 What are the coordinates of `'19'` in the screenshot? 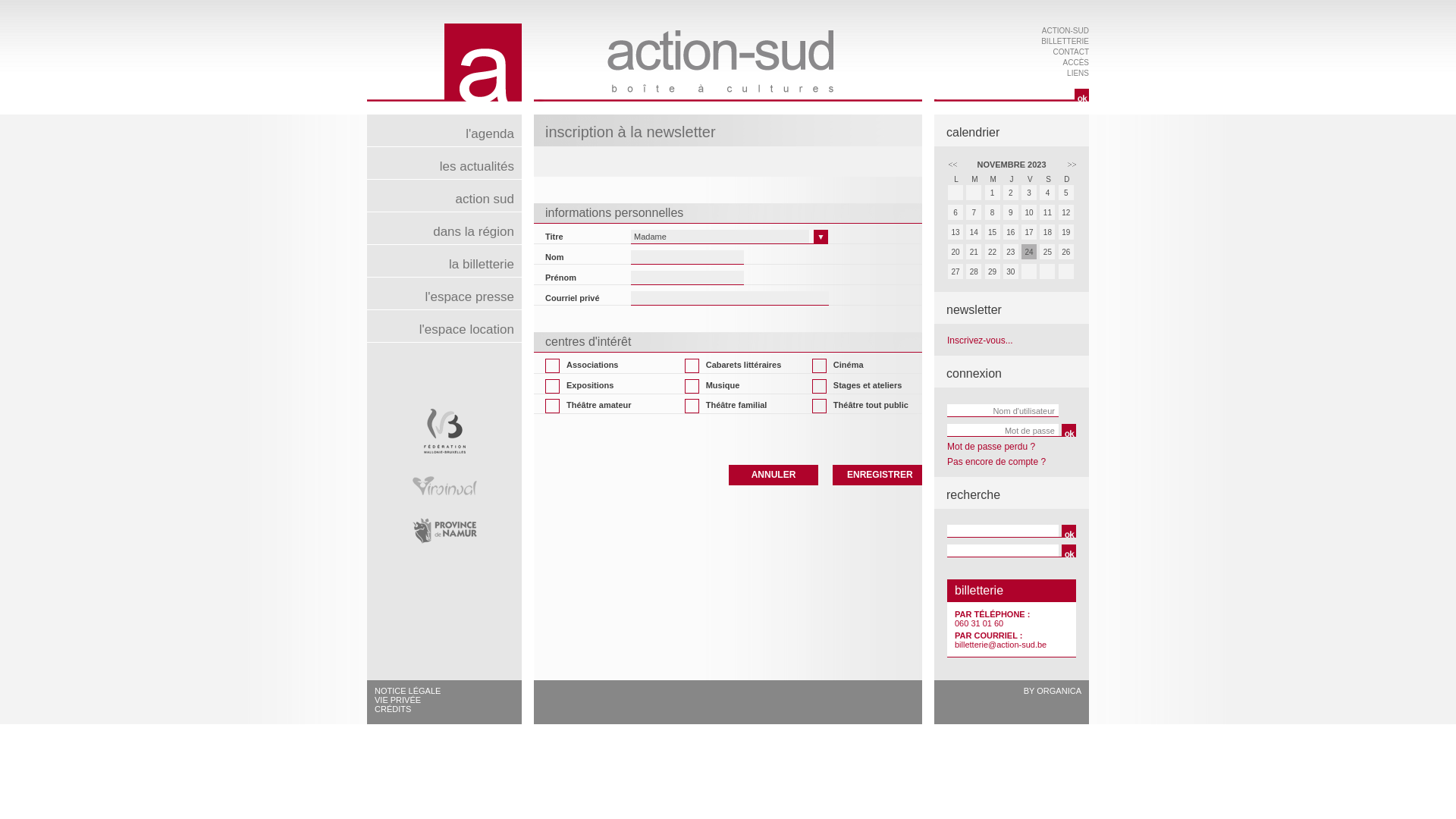 It's located at (1065, 234).